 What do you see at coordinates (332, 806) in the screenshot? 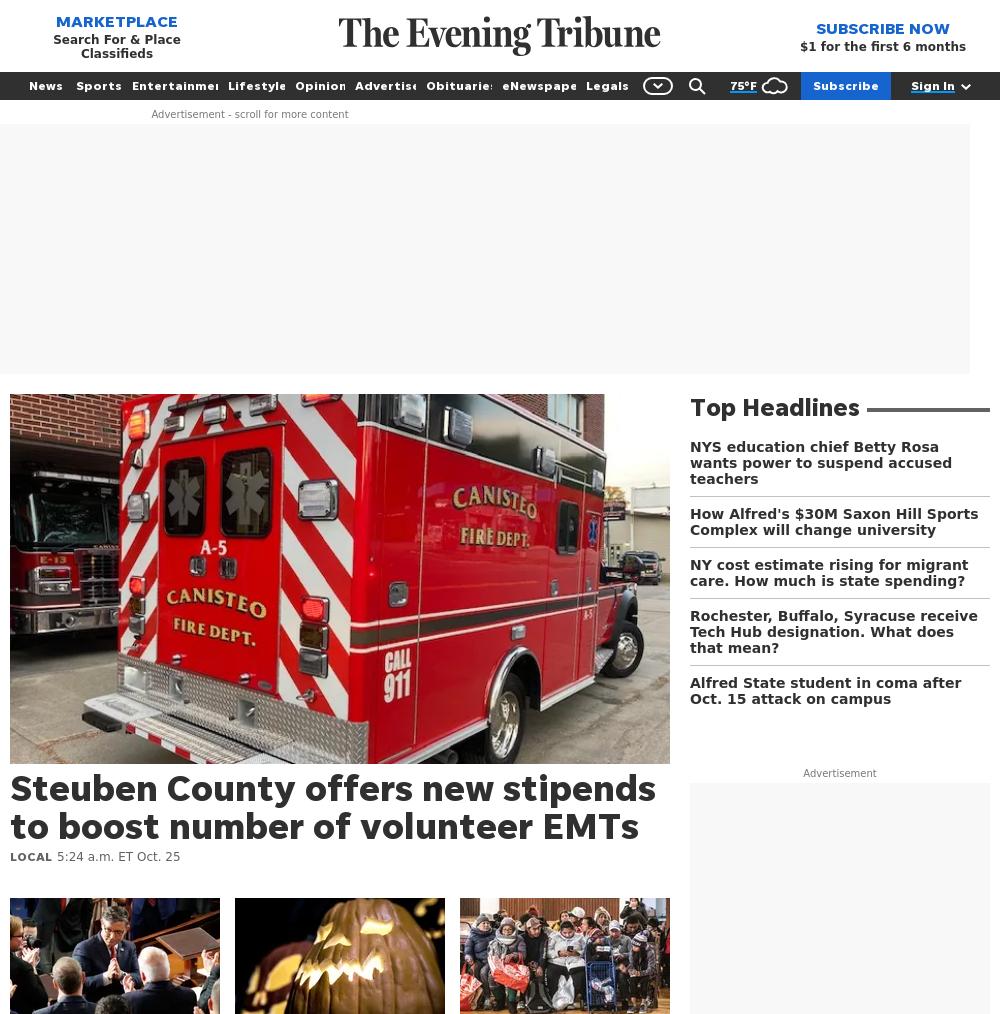
I see `'Steuben County offers new stipends to boost number of volunteer EMTs'` at bounding box center [332, 806].